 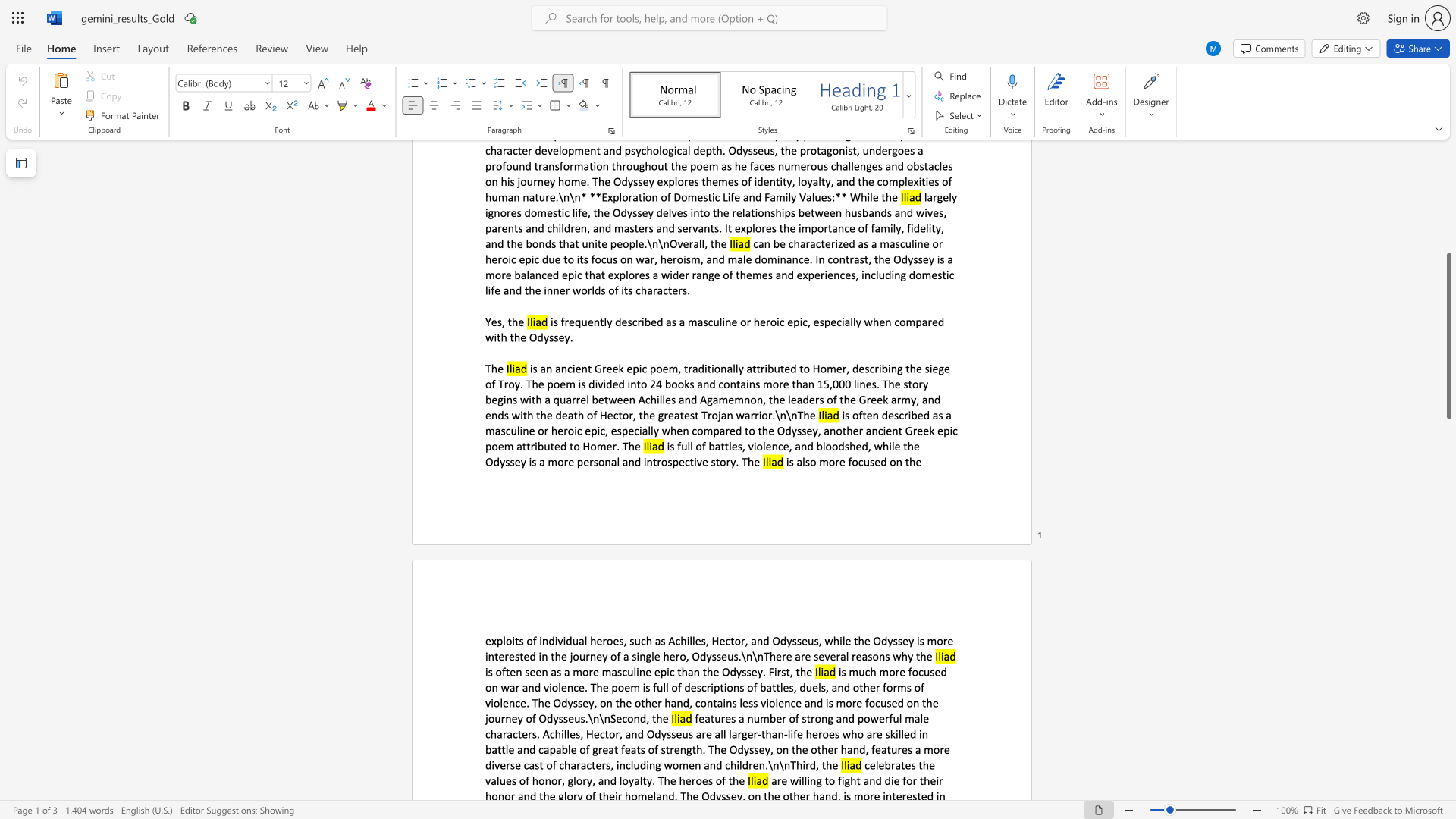 What do you see at coordinates (1448, 335) in the screenshot?
I see `the scrollbar and move down 520 pixels` at bounding box center [1448, 335].